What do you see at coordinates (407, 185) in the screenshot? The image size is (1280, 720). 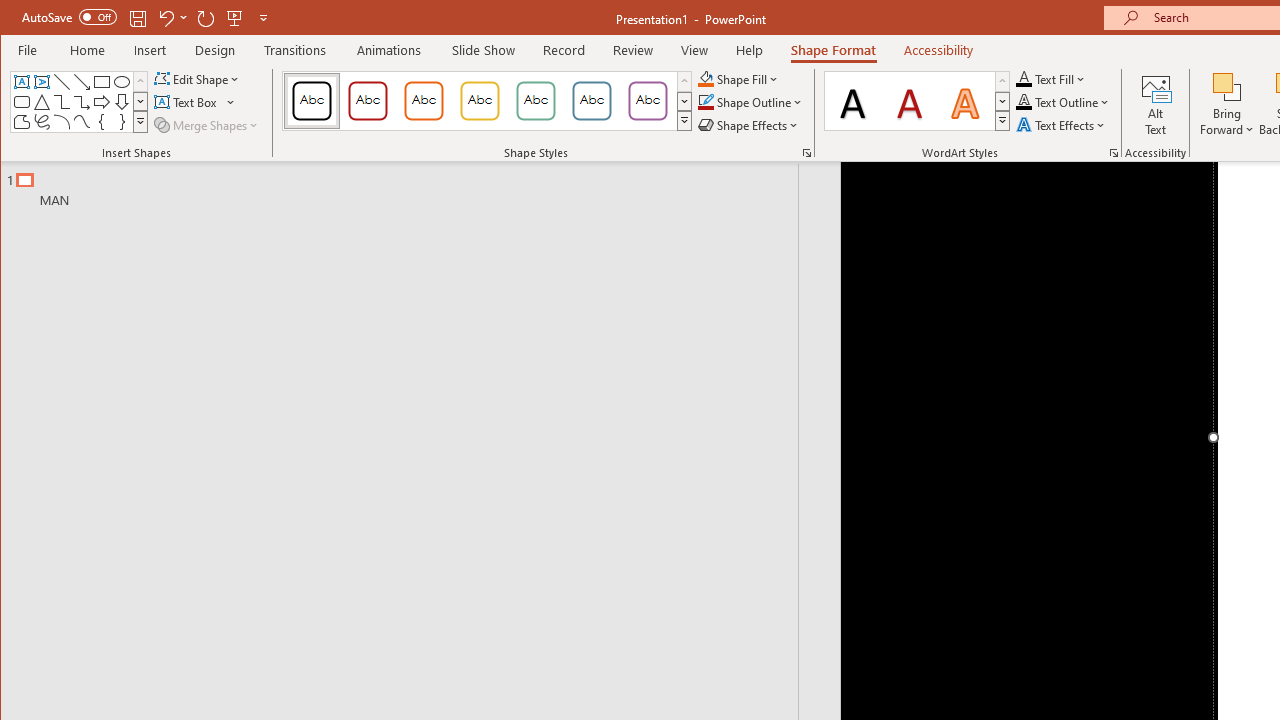 I see `'Outline'` at bounding box center [407, 185].